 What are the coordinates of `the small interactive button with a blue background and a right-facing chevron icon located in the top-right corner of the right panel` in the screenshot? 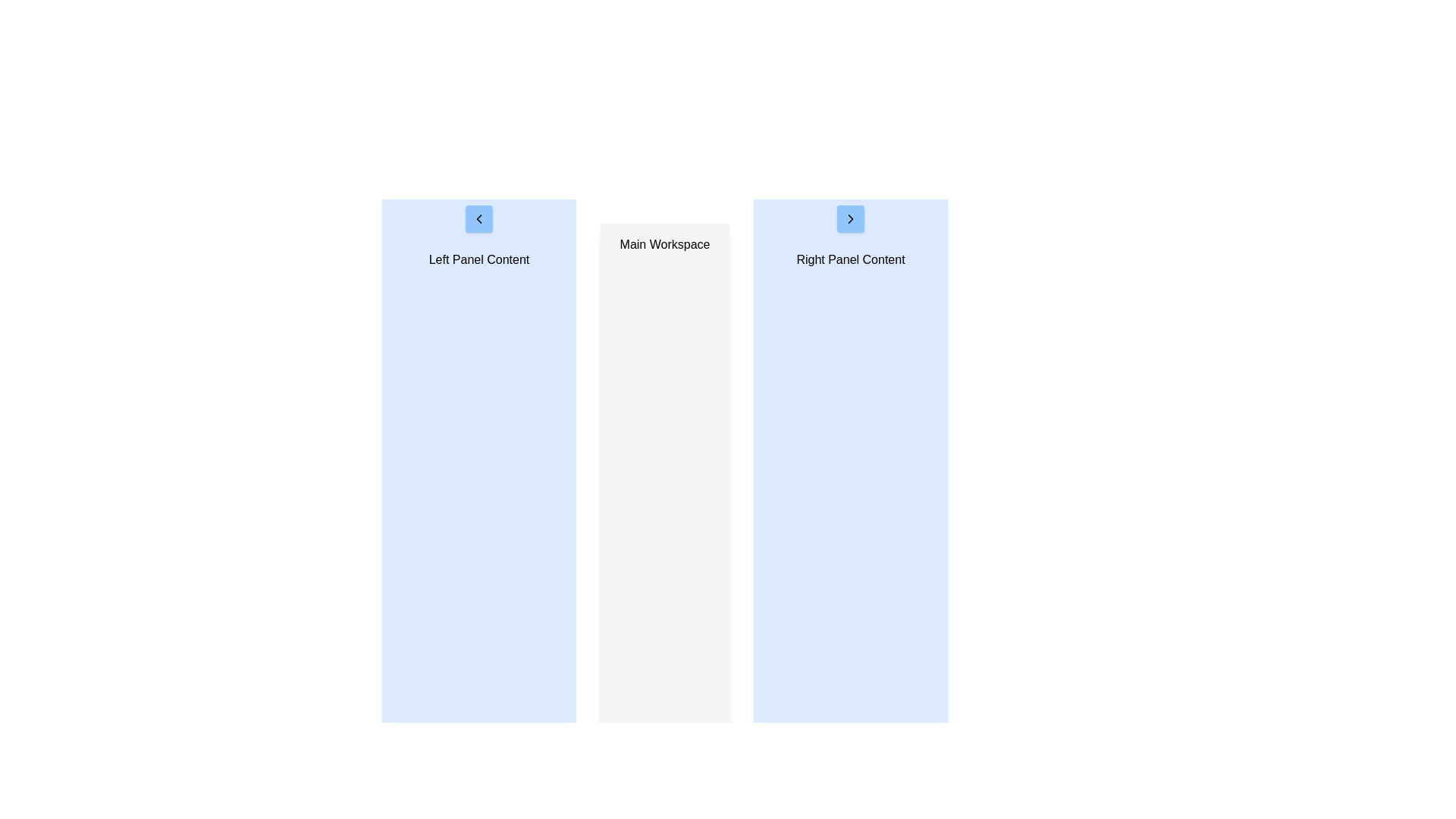 It's located at (851, 219).